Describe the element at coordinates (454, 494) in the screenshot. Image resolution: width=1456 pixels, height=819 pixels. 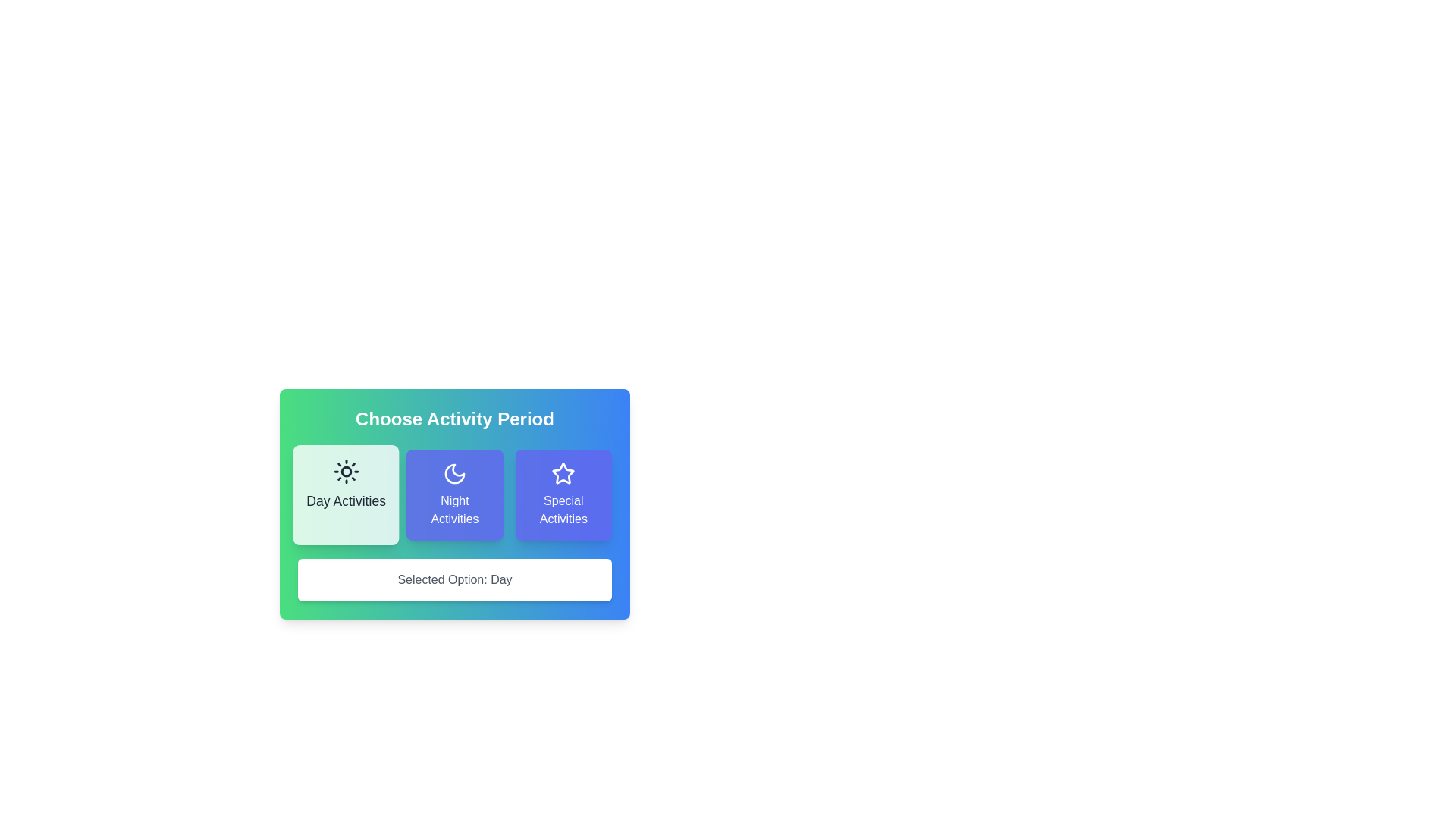
I see `the 'Night Activities' button, which is a rectangular button with rounded corners, blue background, white crescent moon icon, and white text` at that location.